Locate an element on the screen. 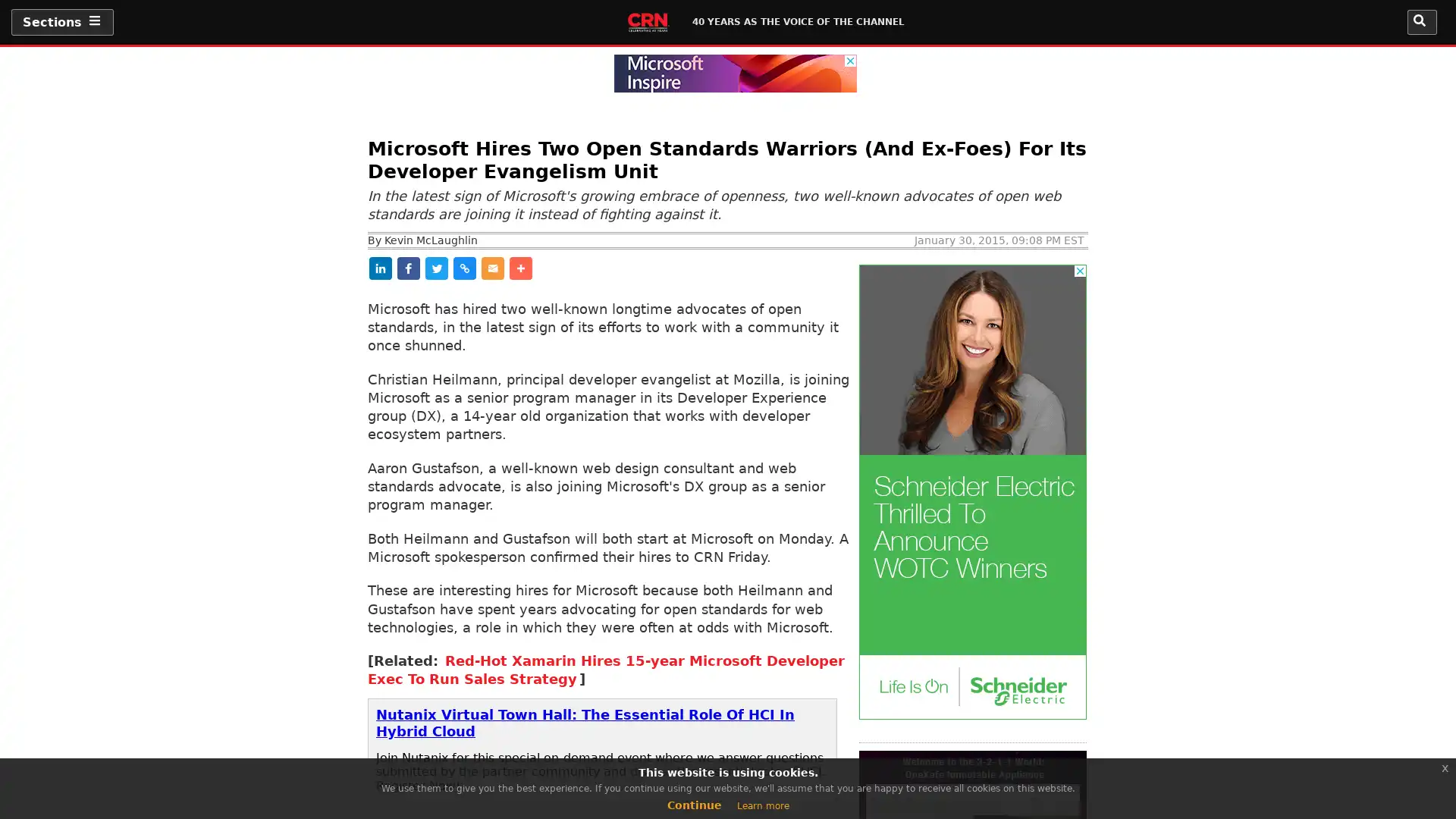 The image size is (1456, 819). Share to Twitter Twitter is located at coordinates (557, 267).